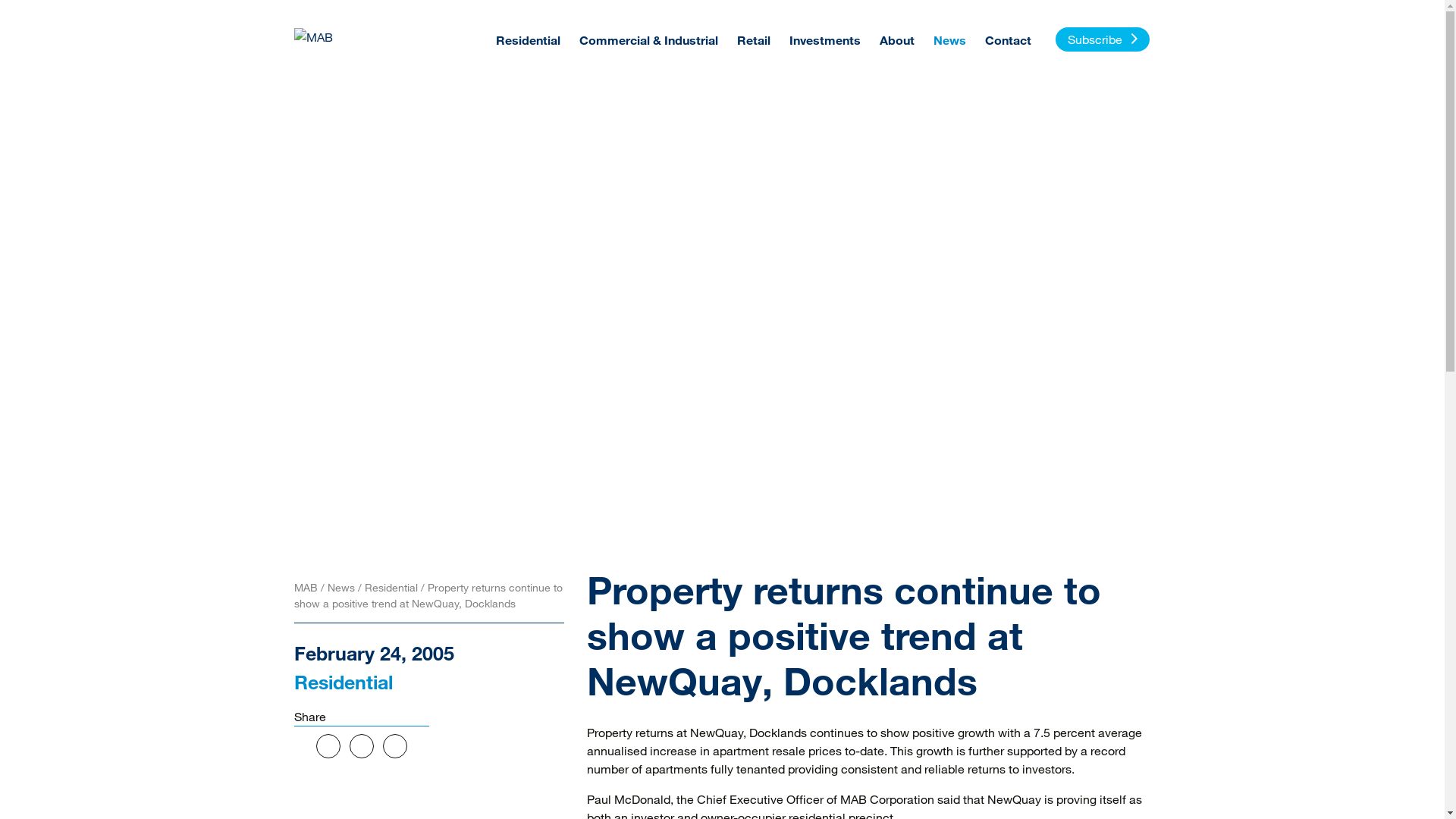  I want to click on 'Investments', so click(823, 37).